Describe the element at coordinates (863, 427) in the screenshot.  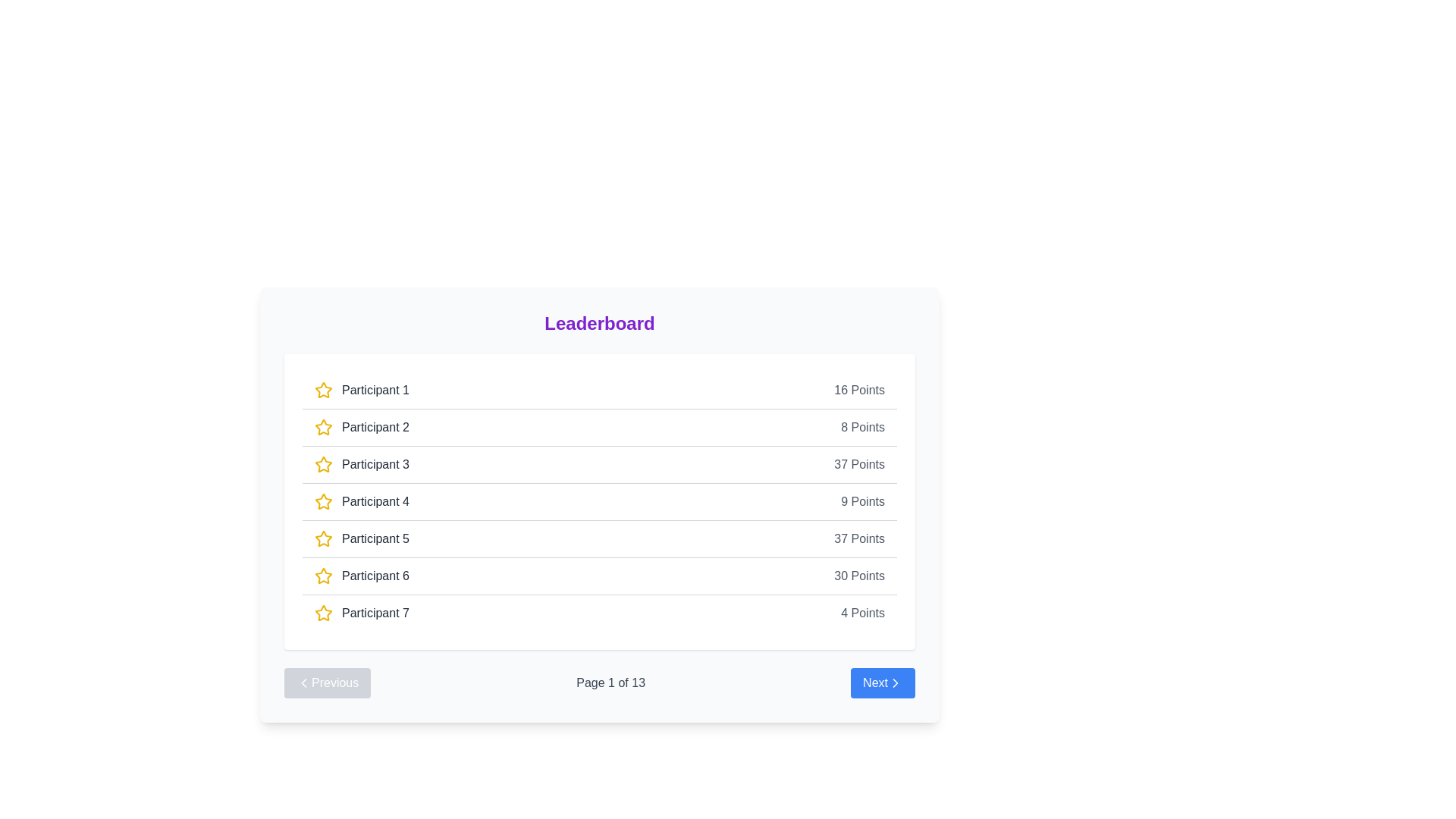
I see `the static text display showing '8 Points' in the leaderboard interface, located in the rightmost column of the second row` at that location.